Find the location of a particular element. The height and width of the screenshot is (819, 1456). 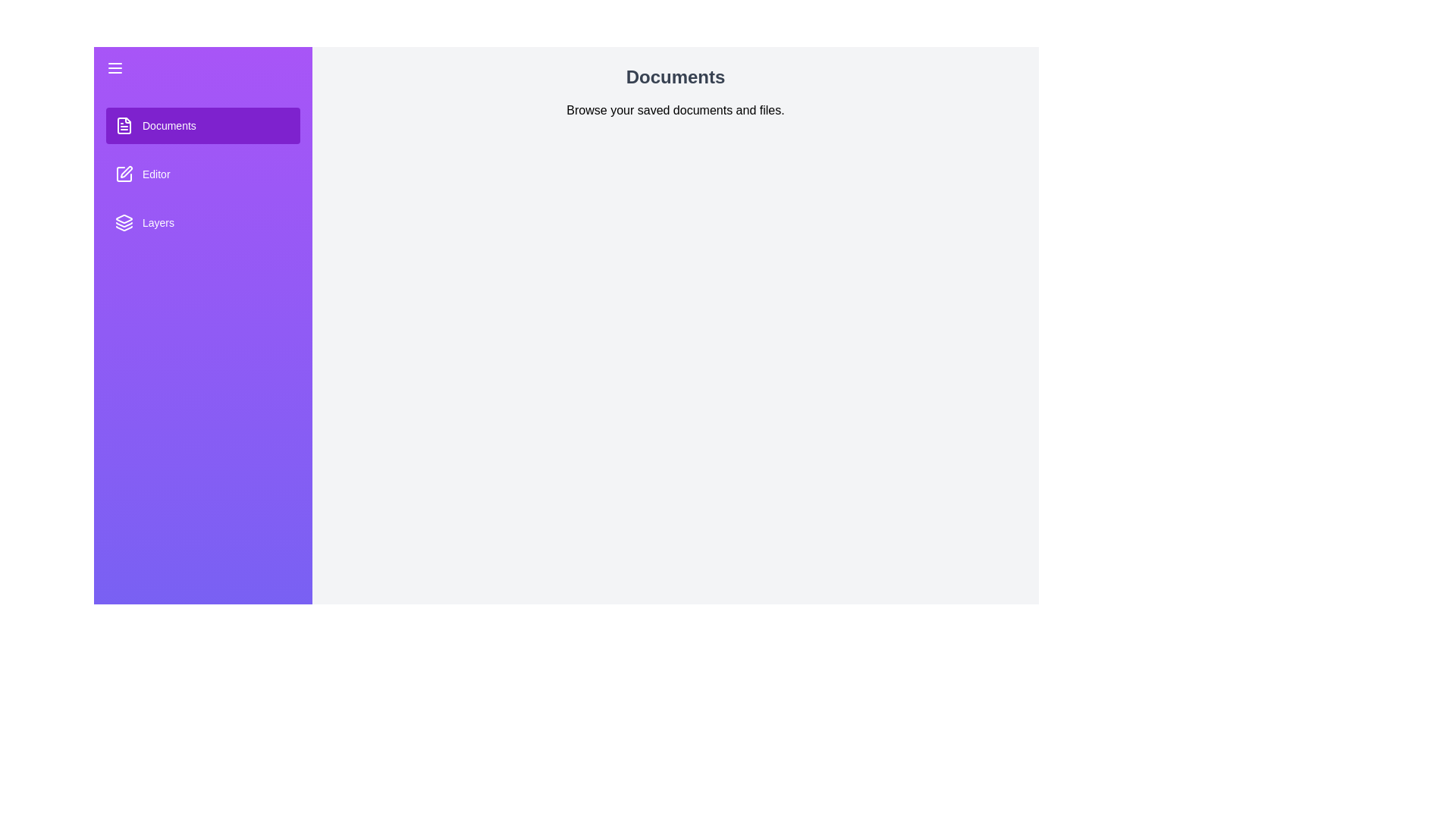

the section Documents to see its hover effect is located at coordinates (202, 124).